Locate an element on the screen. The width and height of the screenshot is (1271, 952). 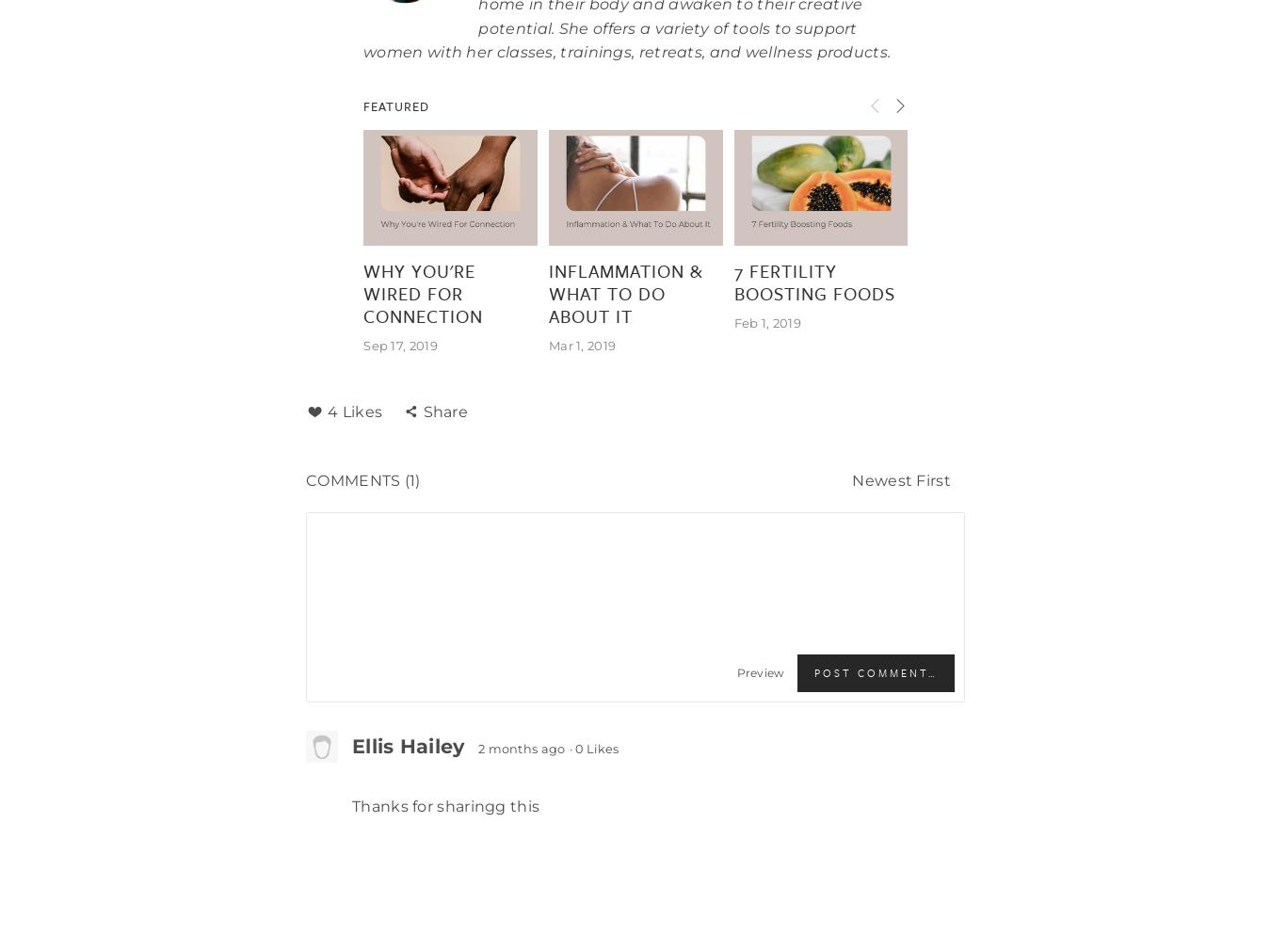
'Why you're wired for connection' is located at coordinates (423, 292).